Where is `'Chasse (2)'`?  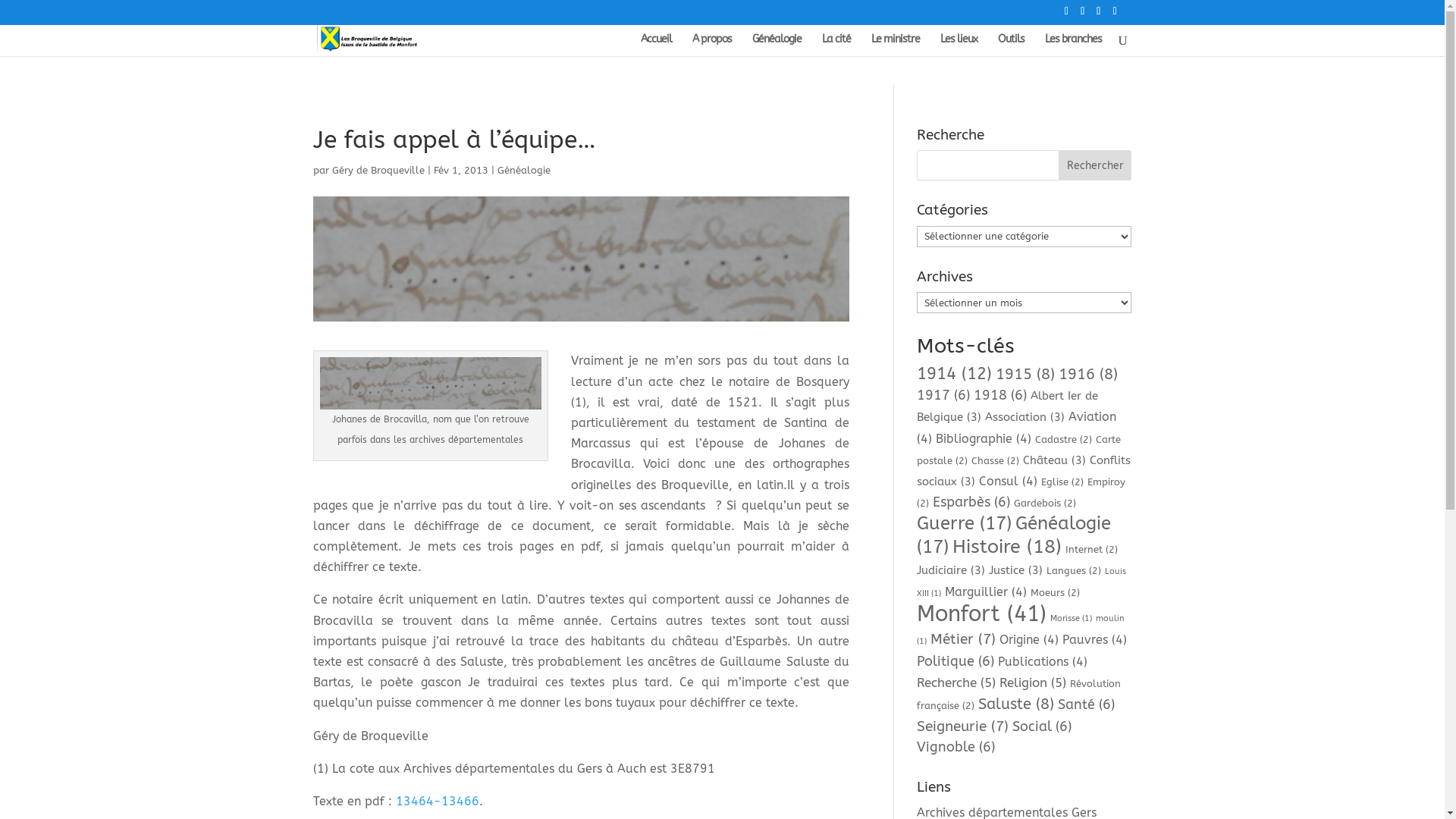 'Chasse (2)' is located at coordinates (995, 460).